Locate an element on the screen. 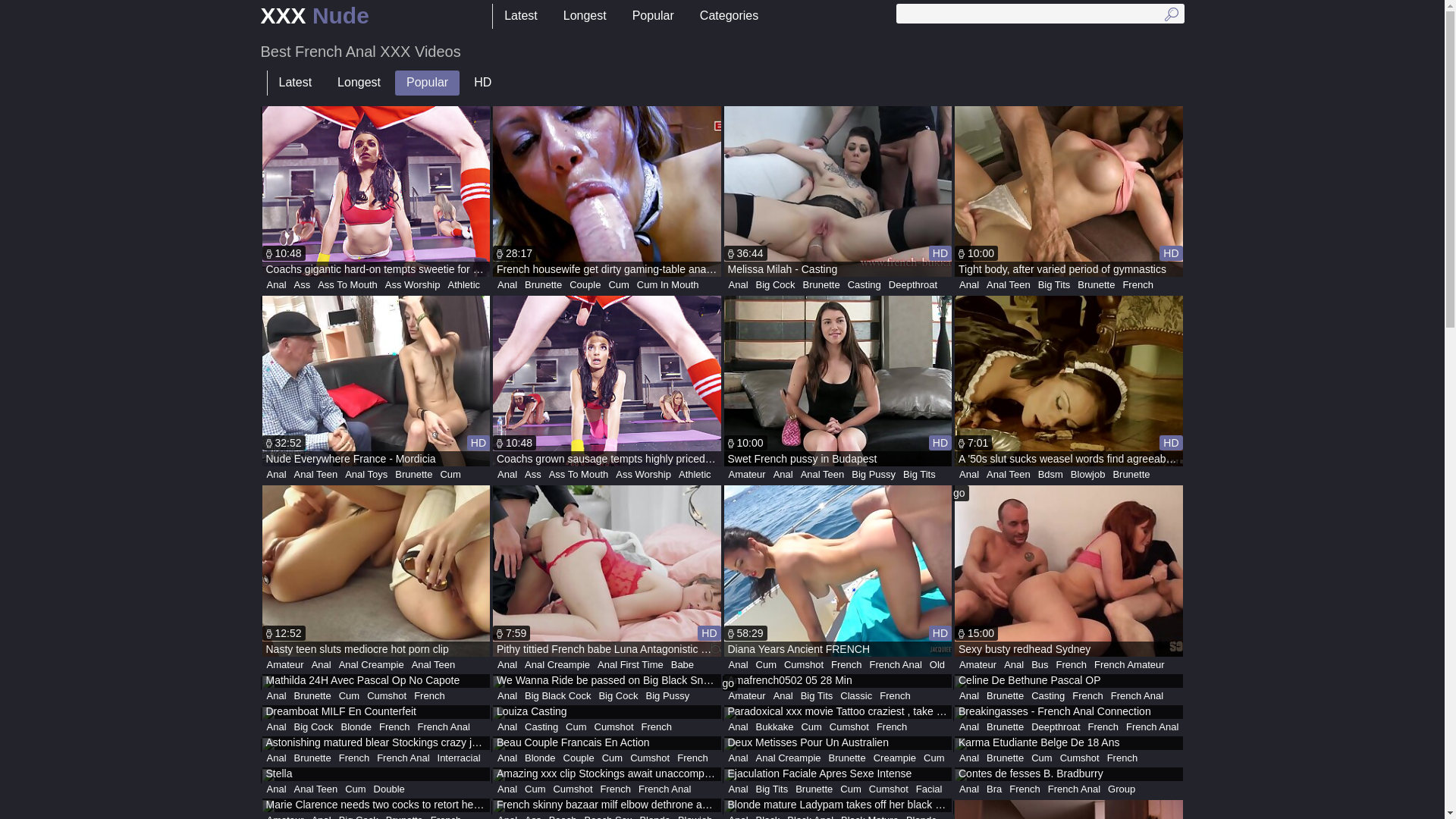 The width and height of the screenshot is (1456, 819). 'Karma Etudiante Belge De 18 Ans is located at coordinates (1068, 742).